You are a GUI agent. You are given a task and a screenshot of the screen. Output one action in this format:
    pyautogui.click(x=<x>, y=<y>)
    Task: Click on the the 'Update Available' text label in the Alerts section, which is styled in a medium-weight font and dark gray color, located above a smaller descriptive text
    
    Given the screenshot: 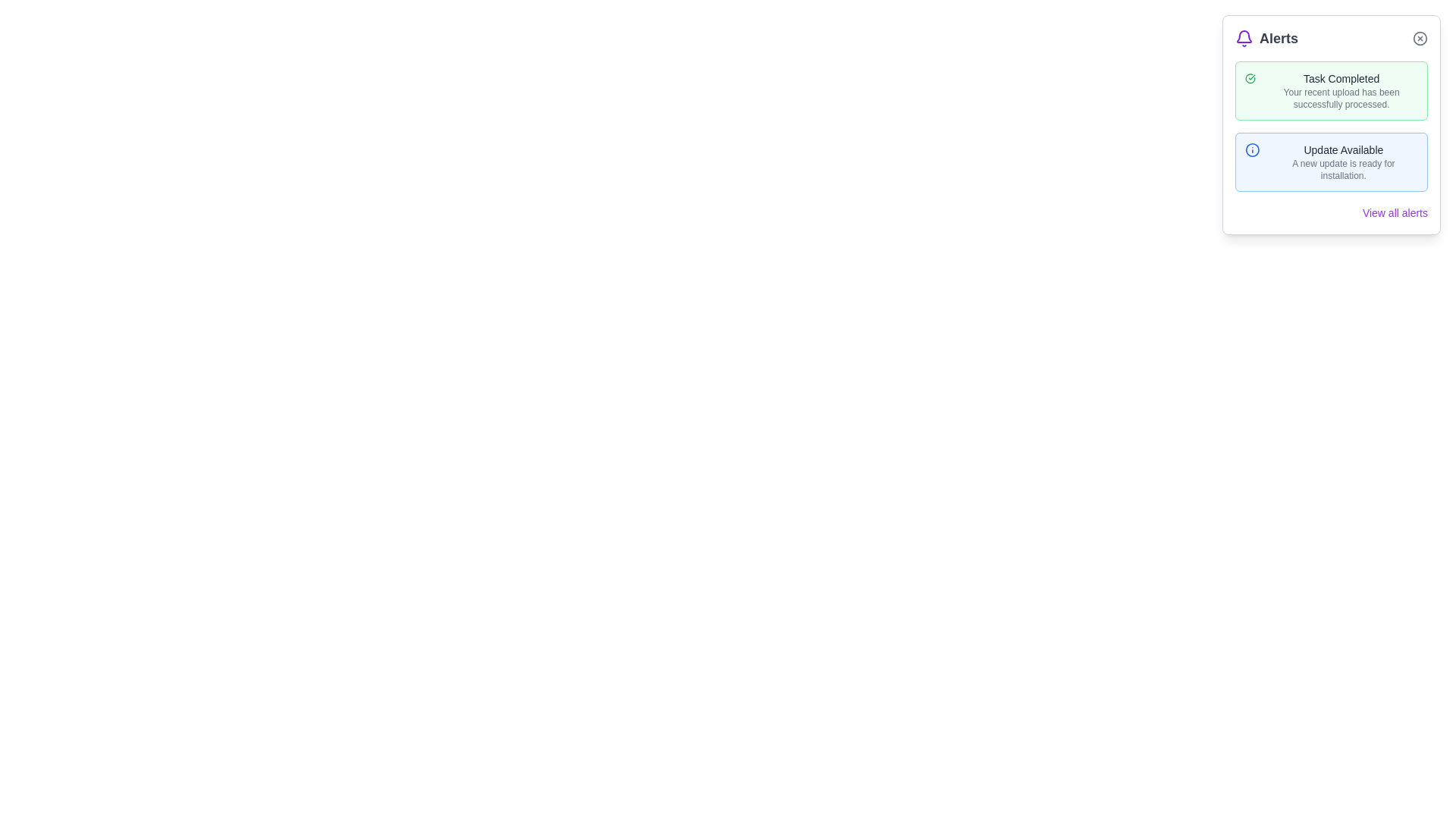 What is the action you would take?
    pyautogui.click(x=1343, y=149)
    